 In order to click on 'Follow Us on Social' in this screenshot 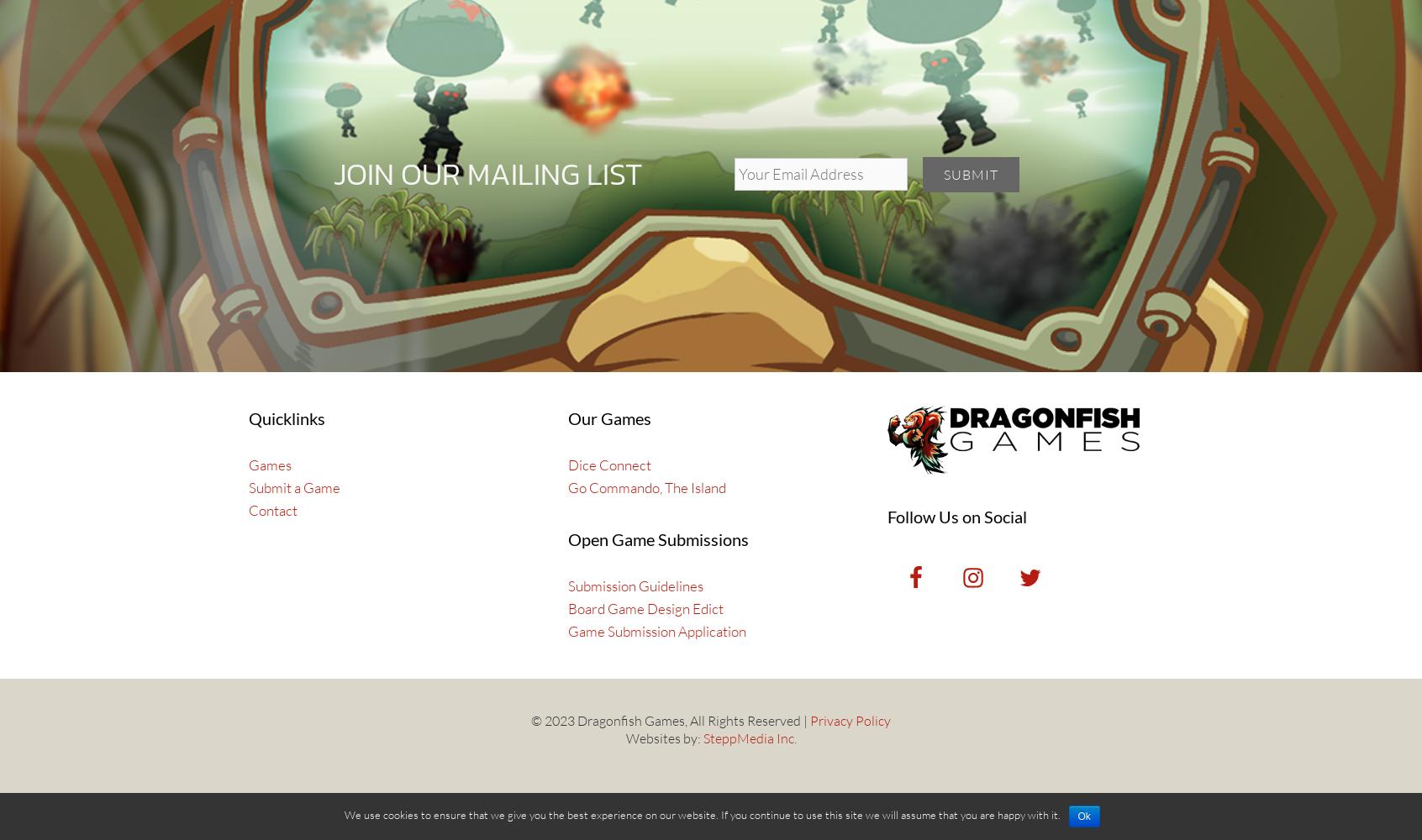, I will do `click(885, 516)`.